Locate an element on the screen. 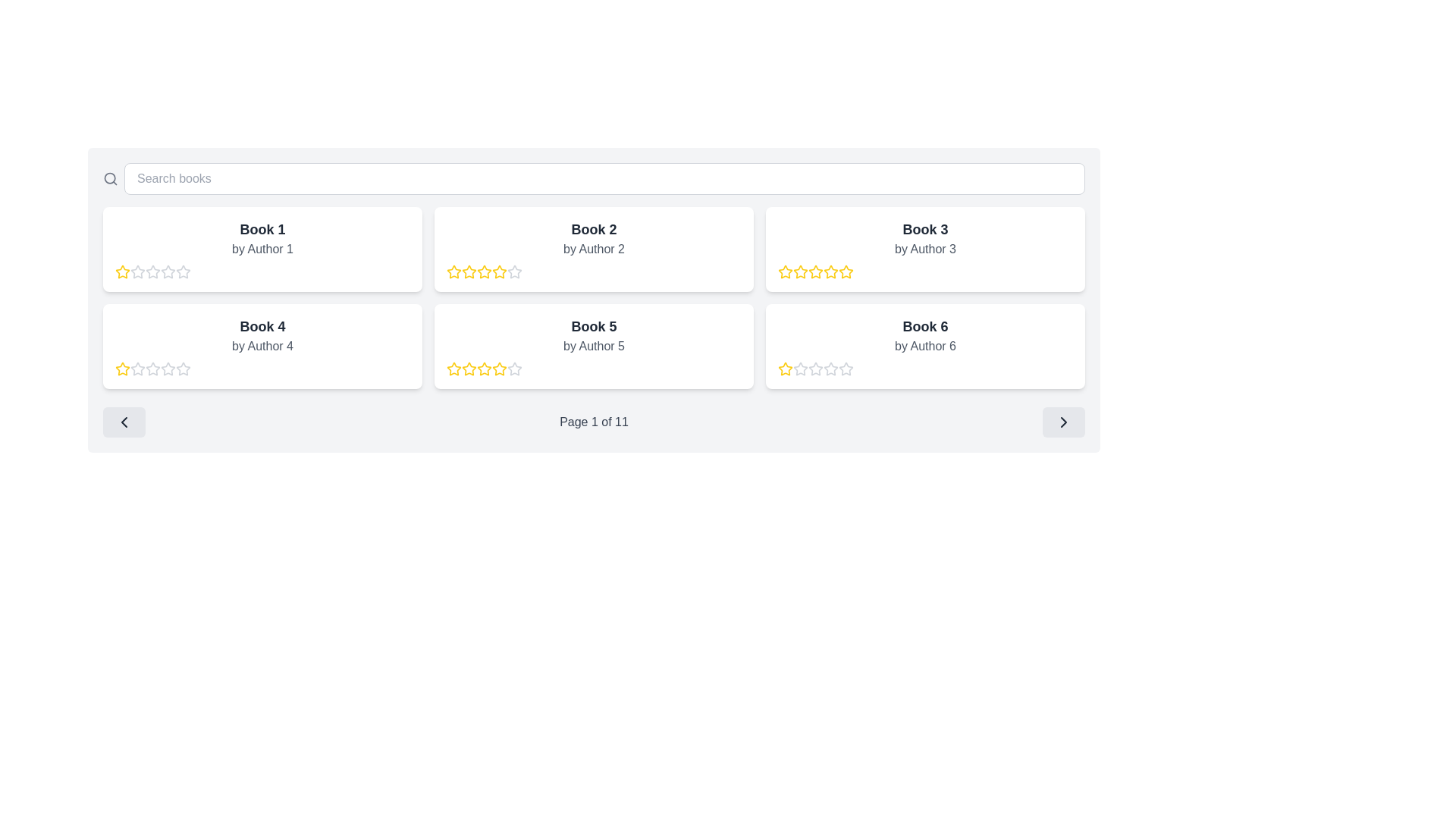 The image size is (1456, 819). the third star icon in the 5-star rating component under the book titled 'Book 2' is located at coordinates (514, 271).